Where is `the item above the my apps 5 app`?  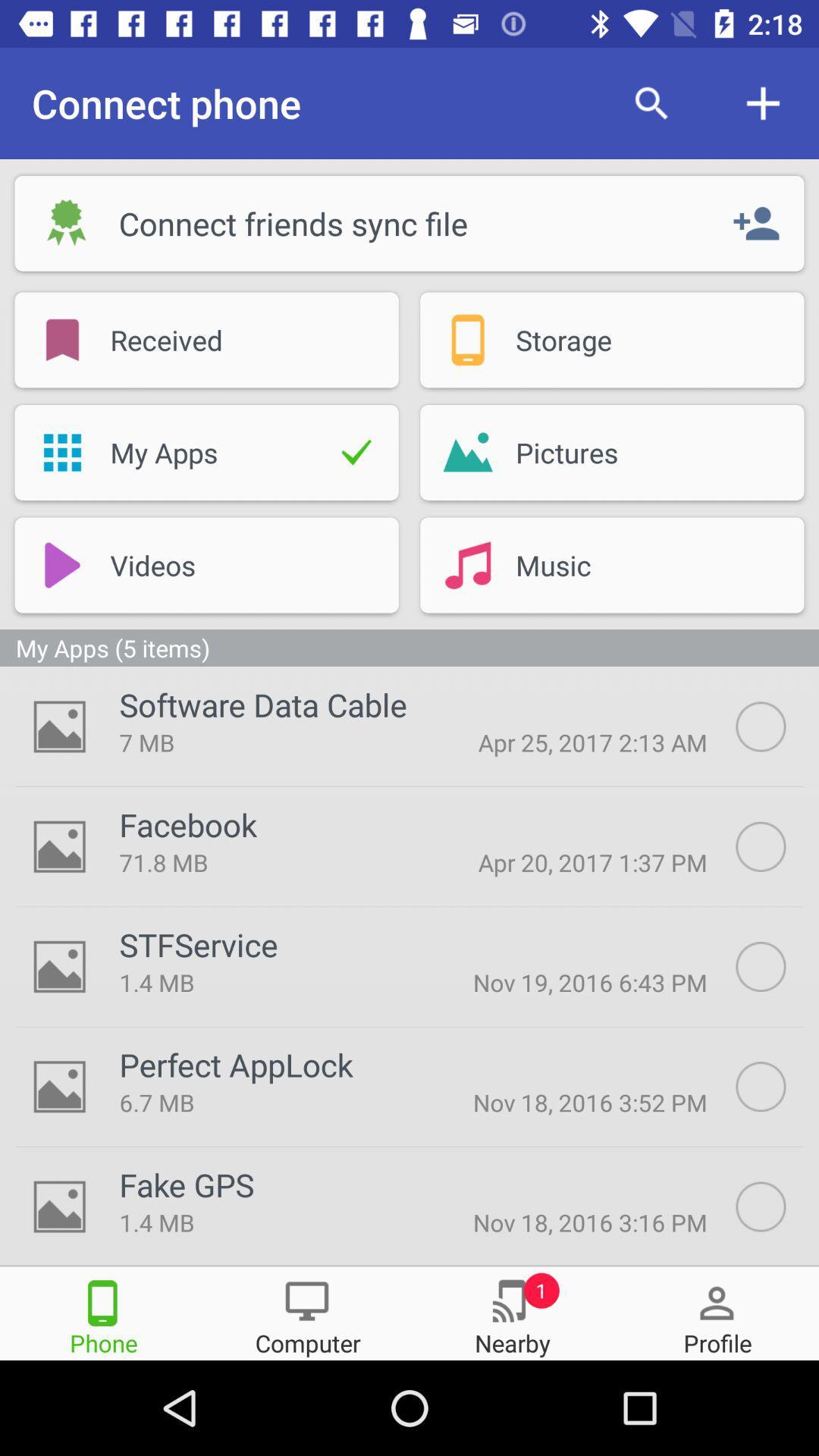
the item above the my apps 5 app is located at coordinates (467, 564).